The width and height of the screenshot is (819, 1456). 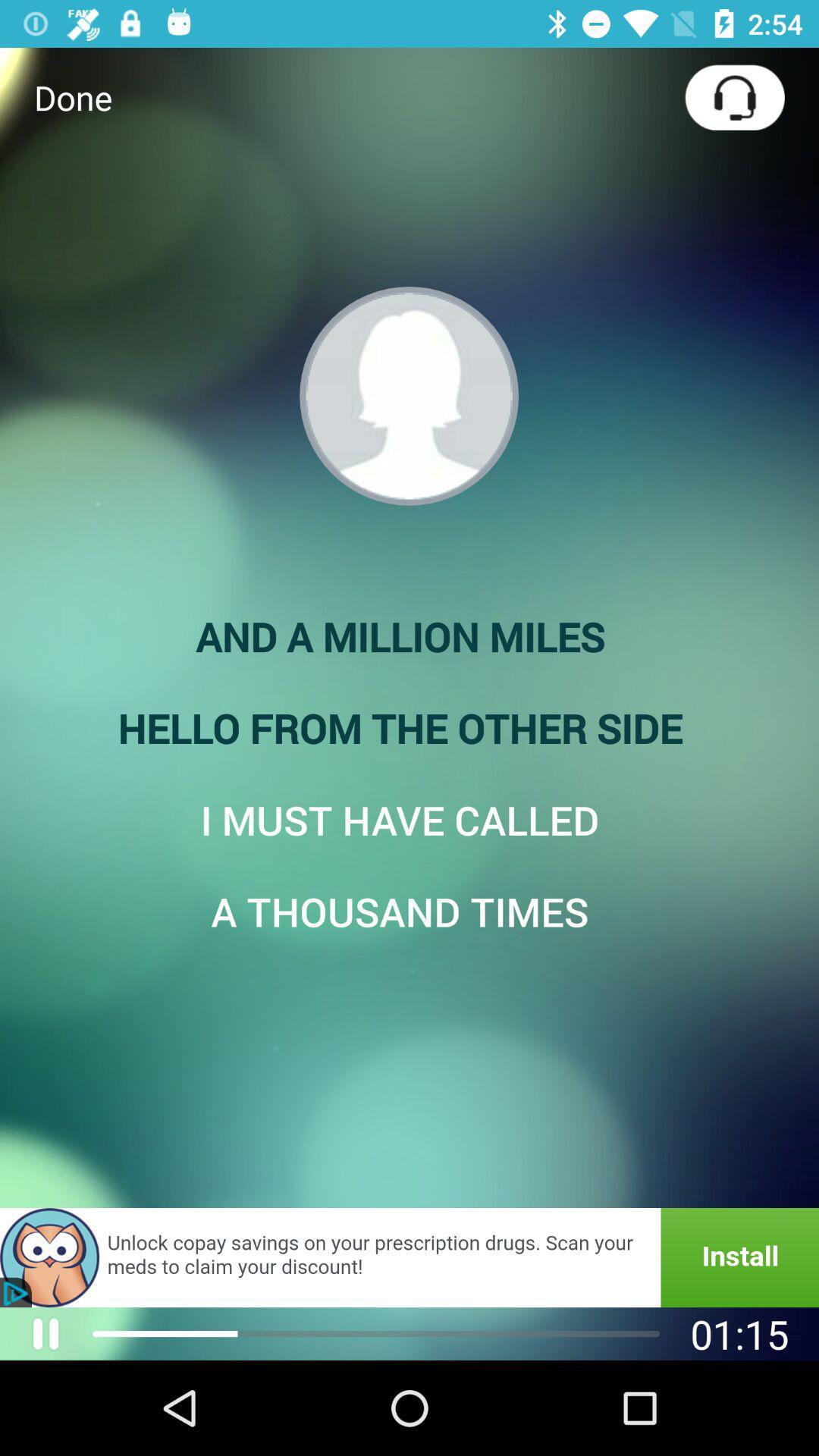 I want to click on the item at the bottom left corner, so click(x=45, y=1333).